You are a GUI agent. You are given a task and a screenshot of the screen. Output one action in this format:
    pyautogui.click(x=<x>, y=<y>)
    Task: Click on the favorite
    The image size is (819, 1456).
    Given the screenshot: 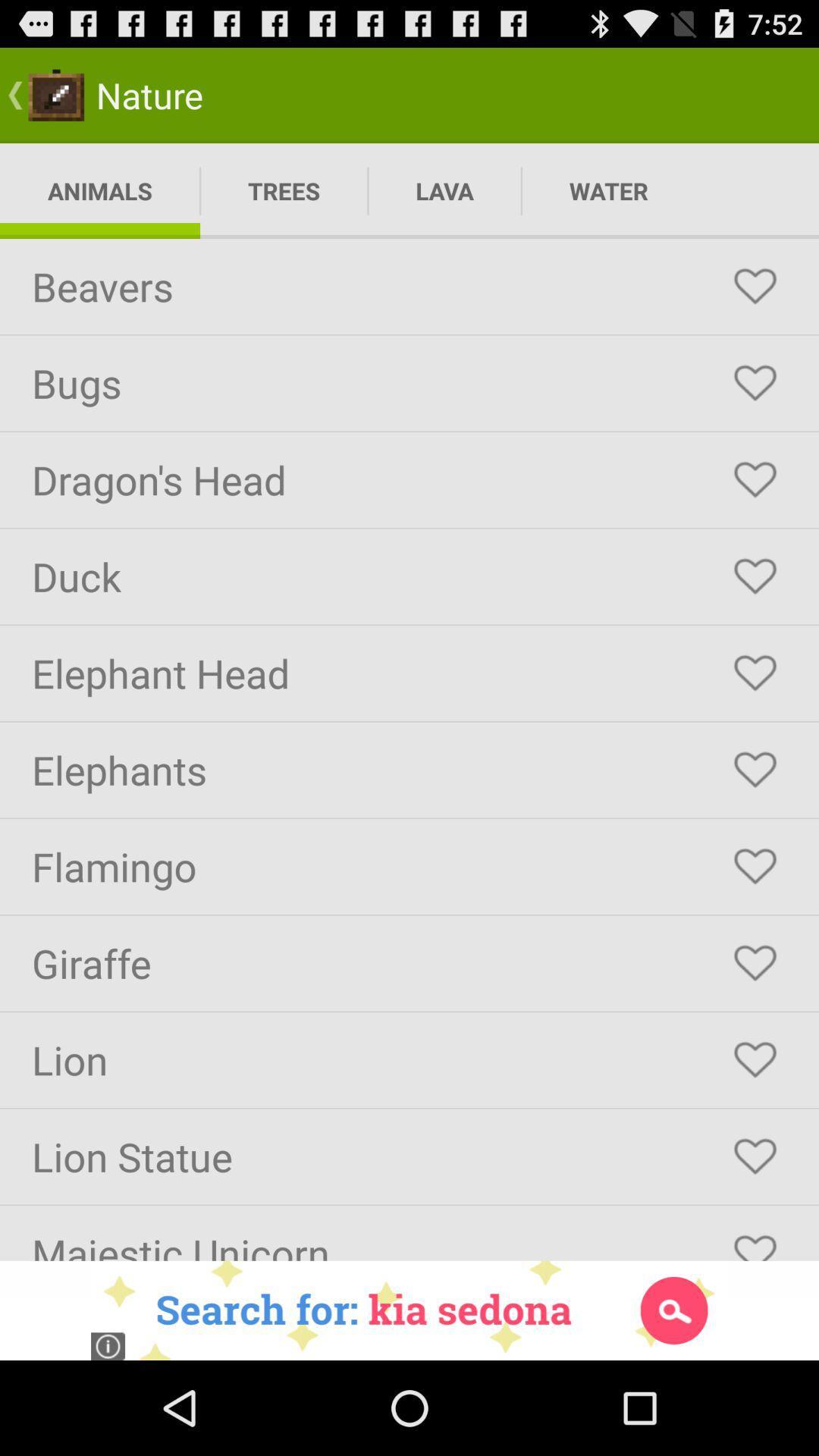 What is the action you would take?
    pyautogui.click(x=755, y=770)
    